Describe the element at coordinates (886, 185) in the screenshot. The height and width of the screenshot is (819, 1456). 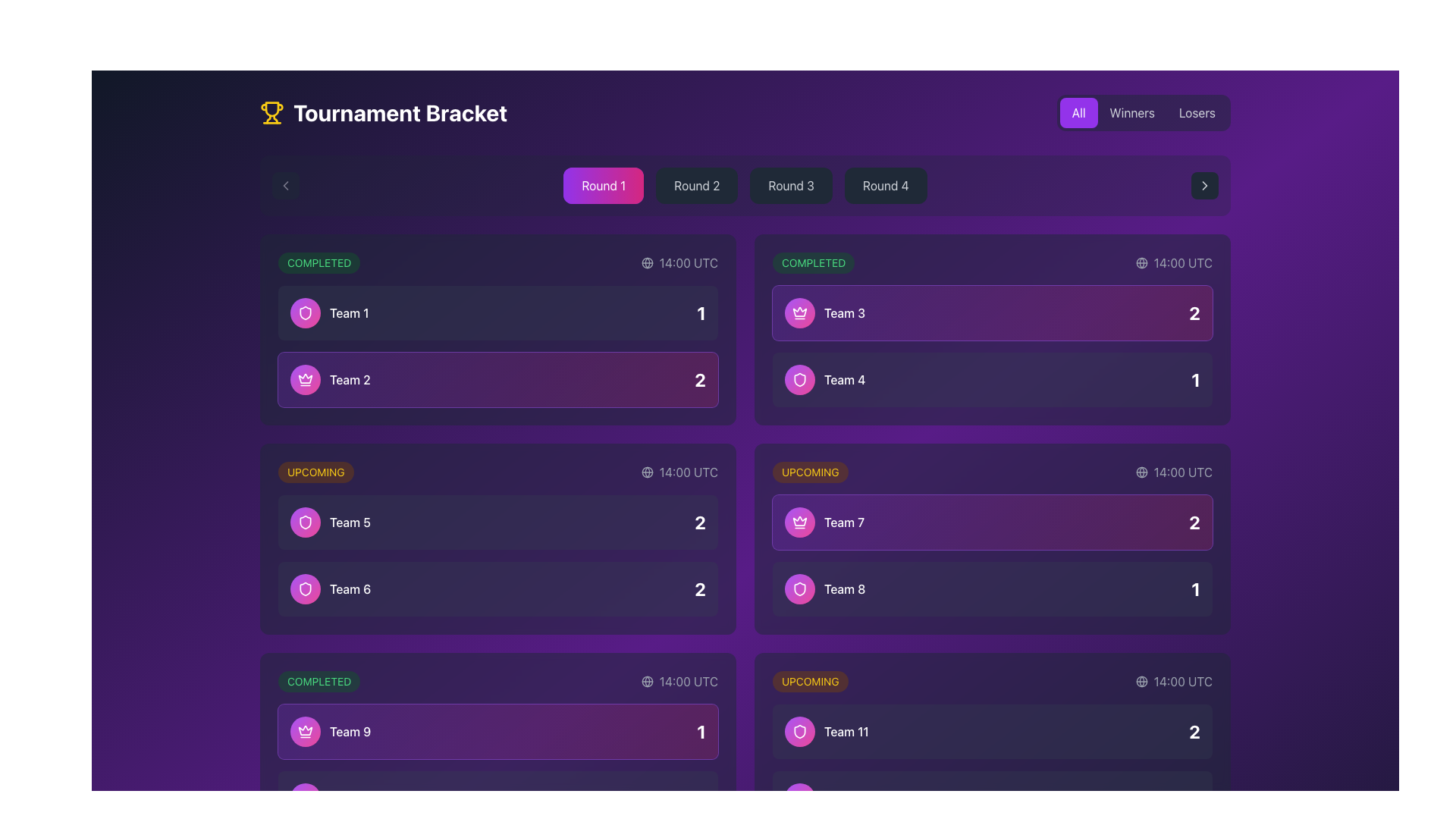
I see `the 'Round 4' button` at that location.